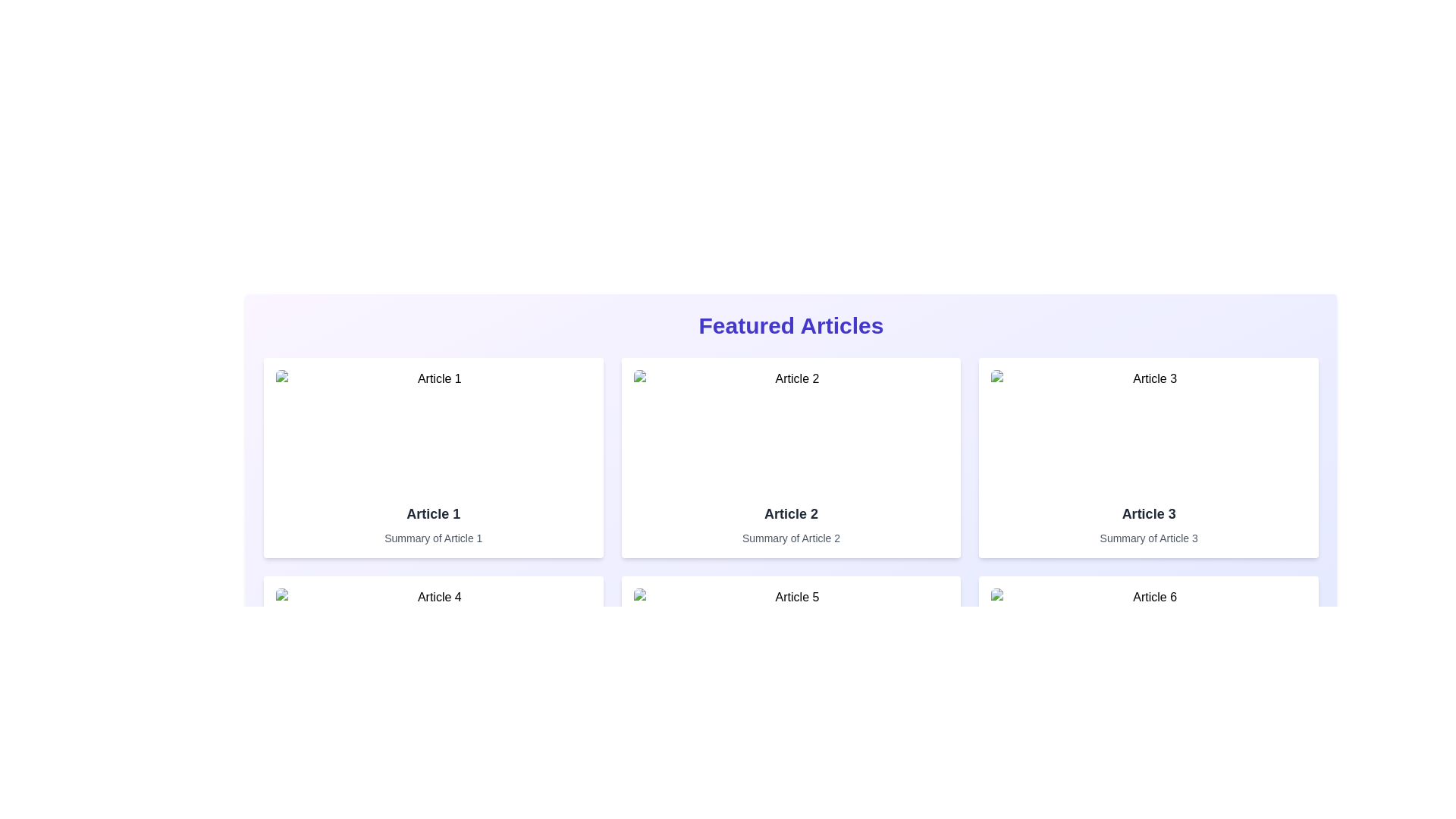 This screenshot has width=1456, height=819. I want to click on the arrow icon used for navigation to the next item, located towards the lower-right edge of the interface, so click(1298, 809).